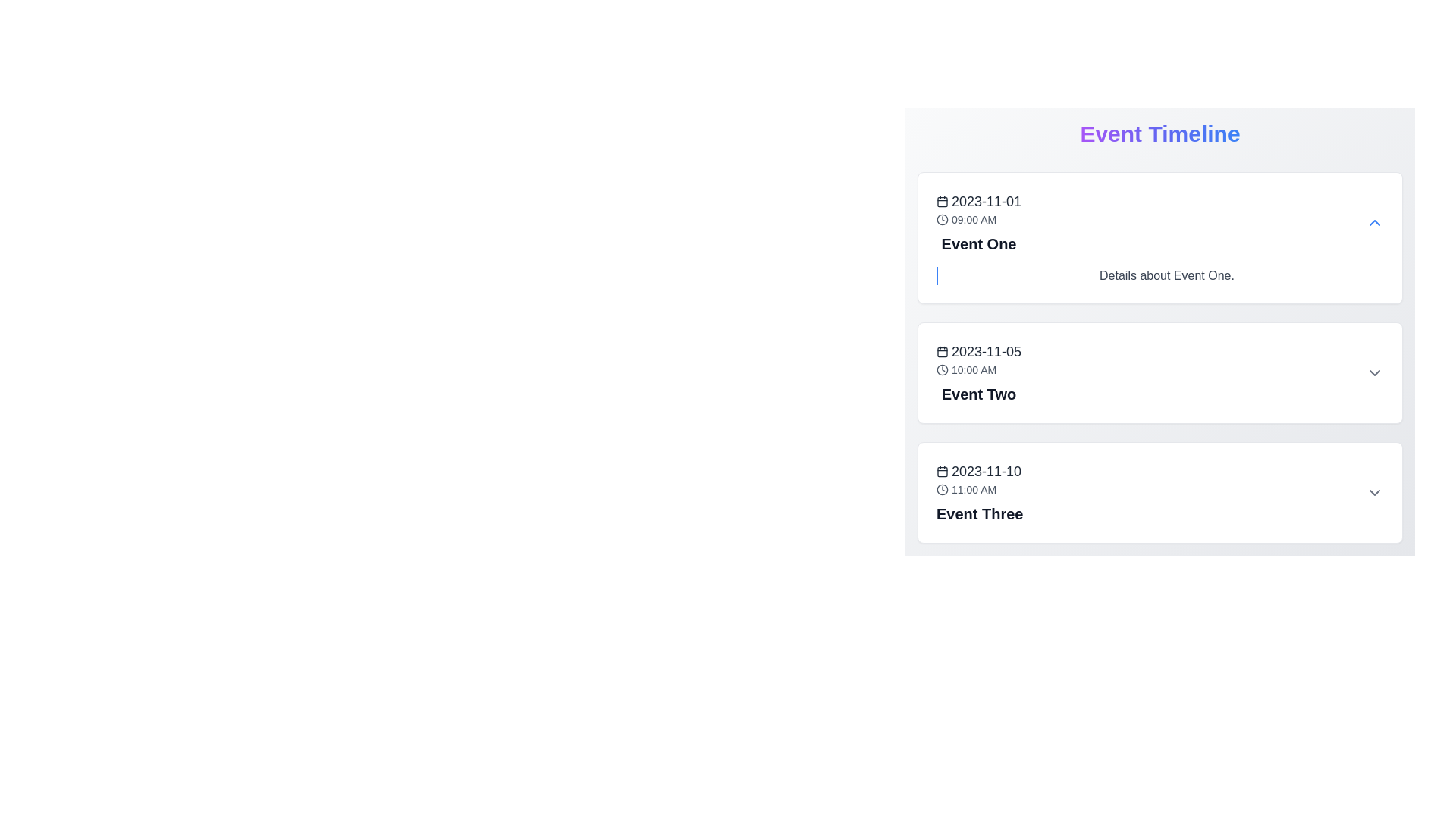 The image size is (1456, 819). I want to click on the outermost circular component of the clock icon, which is an SVG circle located in the top-left corner of the timeline card for Event One, so click(942, 219).